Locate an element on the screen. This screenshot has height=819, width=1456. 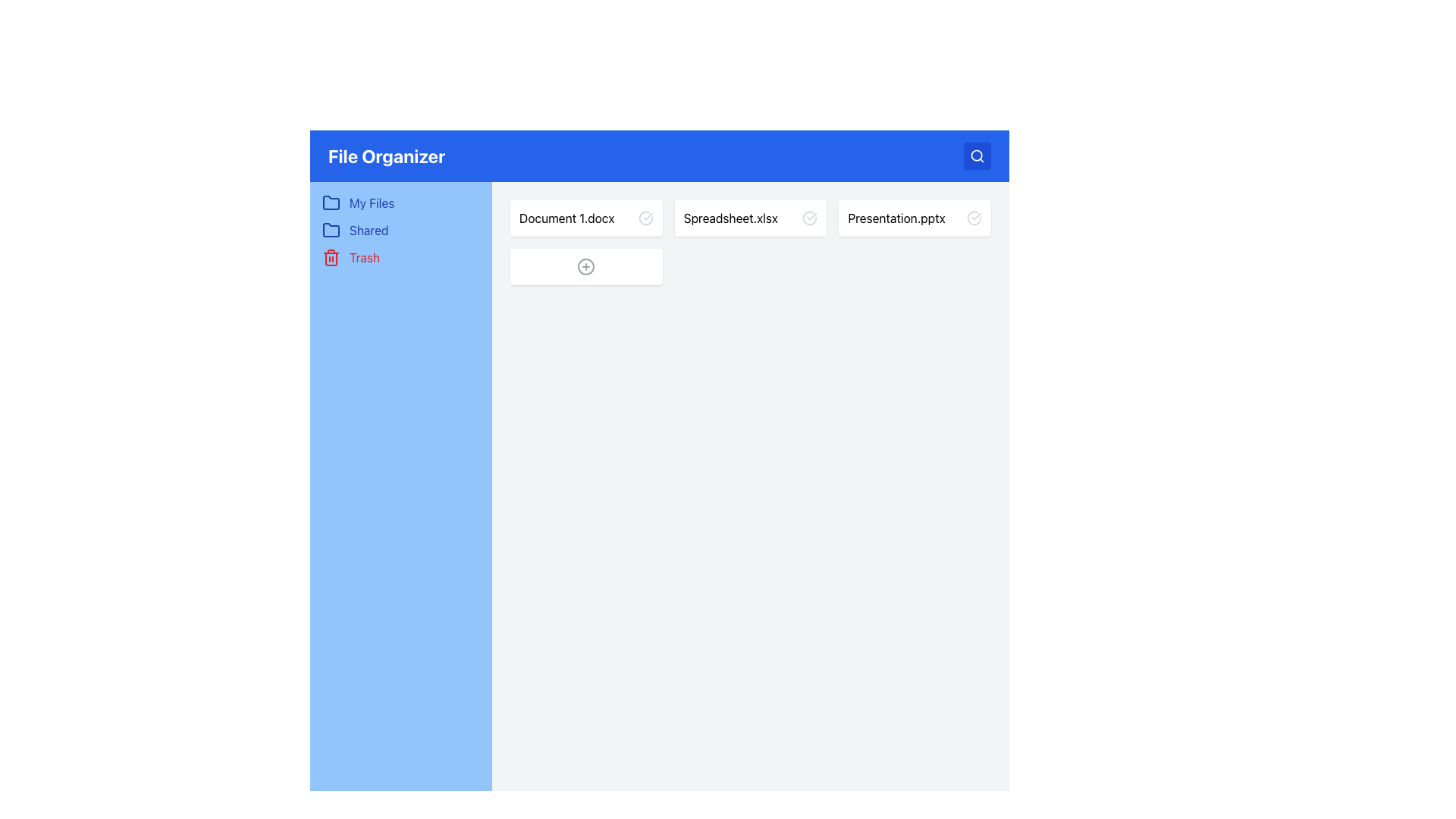
the file entry labeled 'Spreadsheet.xlsx' in the grid layout is located at coordinates (750, 242).